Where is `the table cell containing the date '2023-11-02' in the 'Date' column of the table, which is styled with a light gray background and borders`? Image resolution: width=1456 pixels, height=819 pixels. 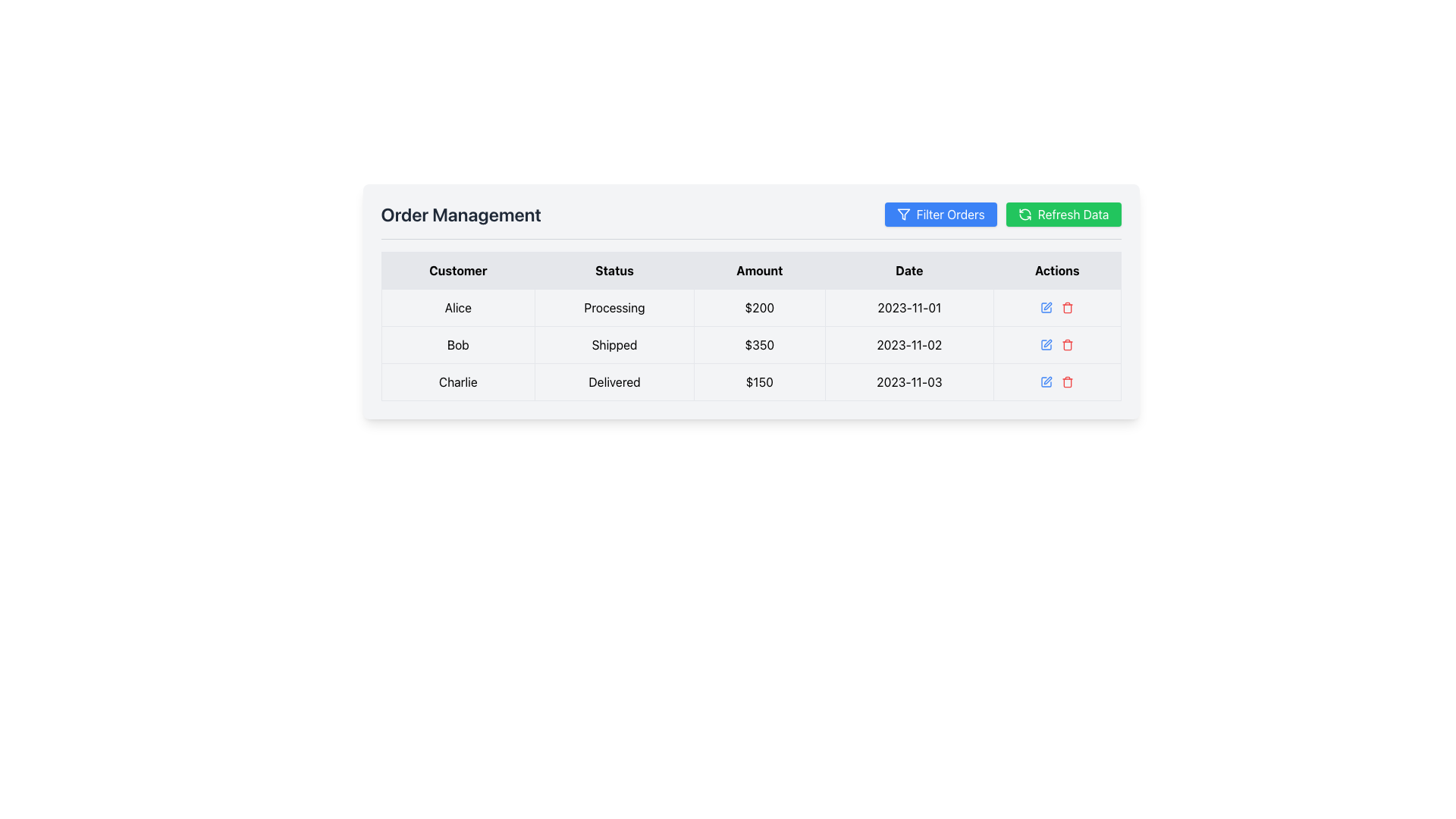 the table cell containing the date '2023-11-02' in the 'Date' column of the table, which is styled with a light gray background and borders is located at coordinates (909, 345).